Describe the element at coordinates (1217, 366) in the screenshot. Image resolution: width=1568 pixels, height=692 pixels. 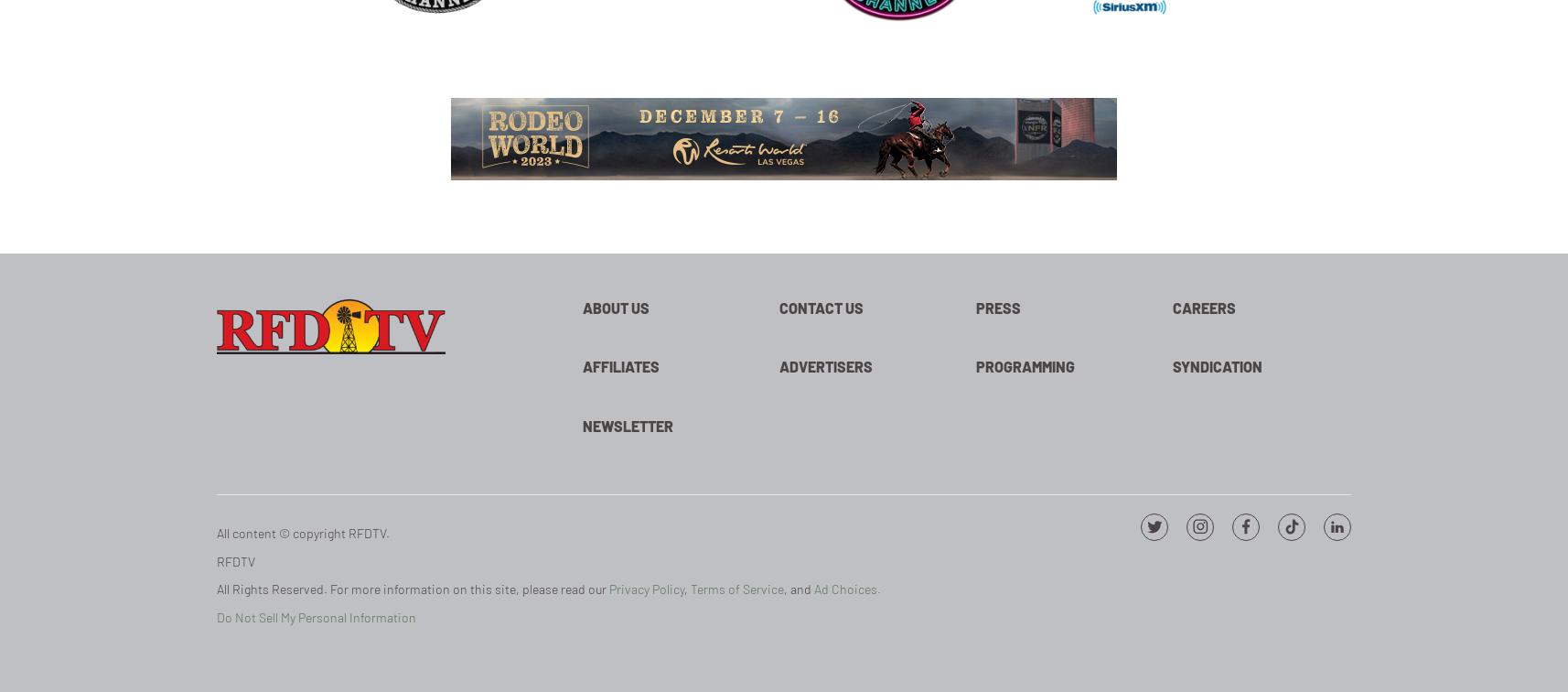
I see `'Syndication'` at that location.